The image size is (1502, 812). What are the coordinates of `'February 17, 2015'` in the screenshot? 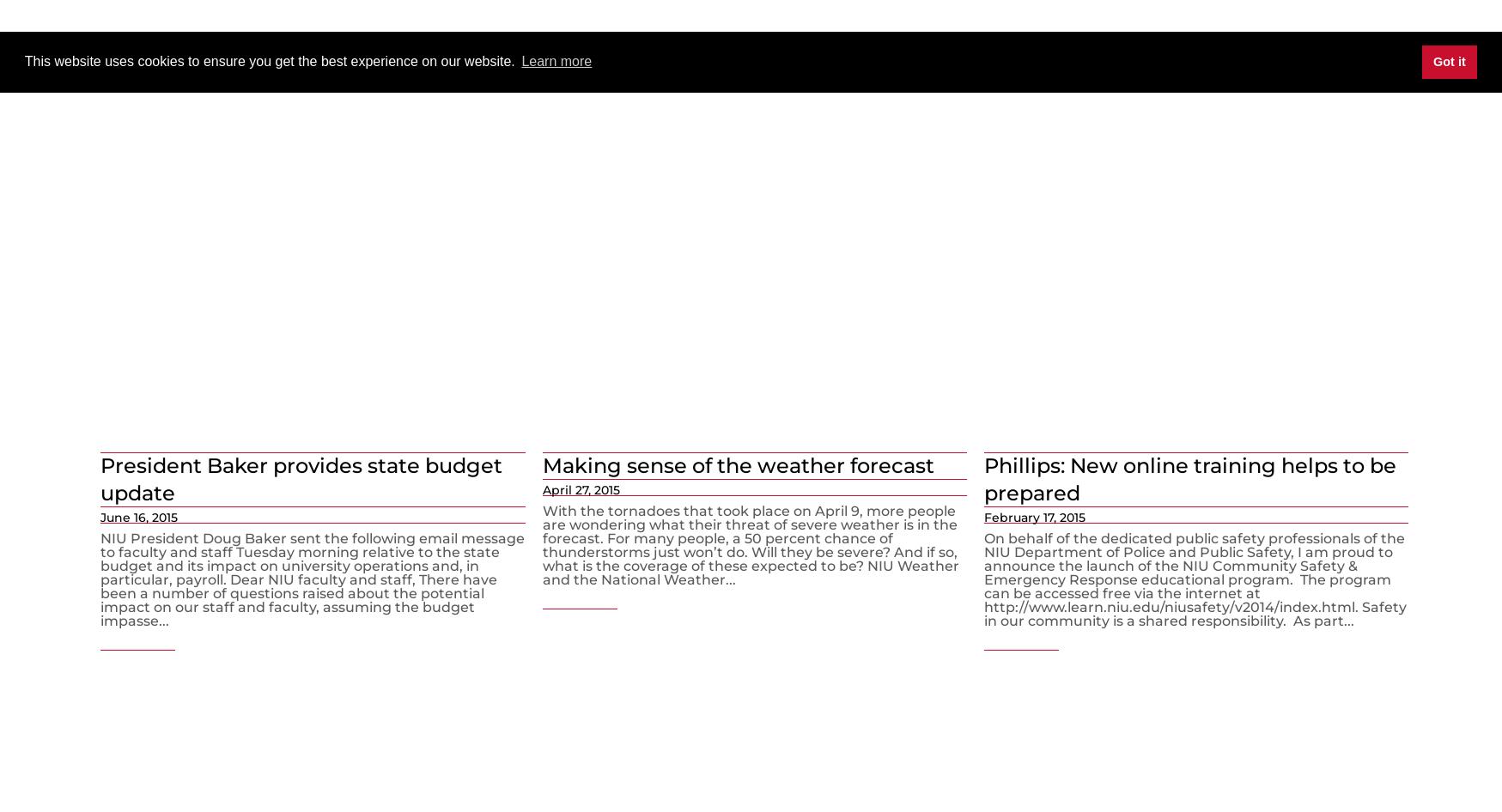 It's located at (1034, 516).